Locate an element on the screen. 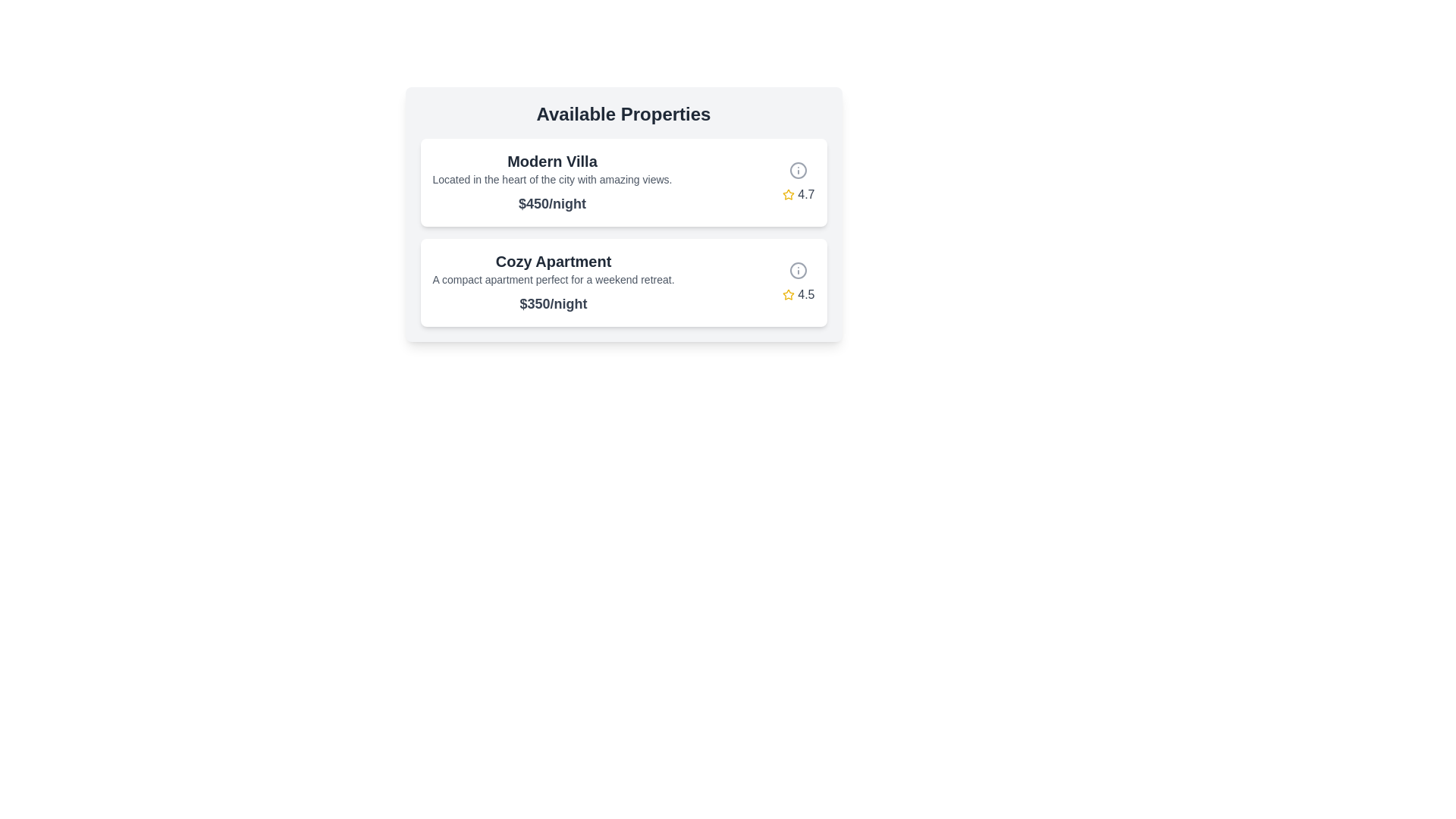 This screenshot has height=819, width=1456. the Information Display icon associated with the 'Cozy Apartment' property is located at coordinates (798, 270).